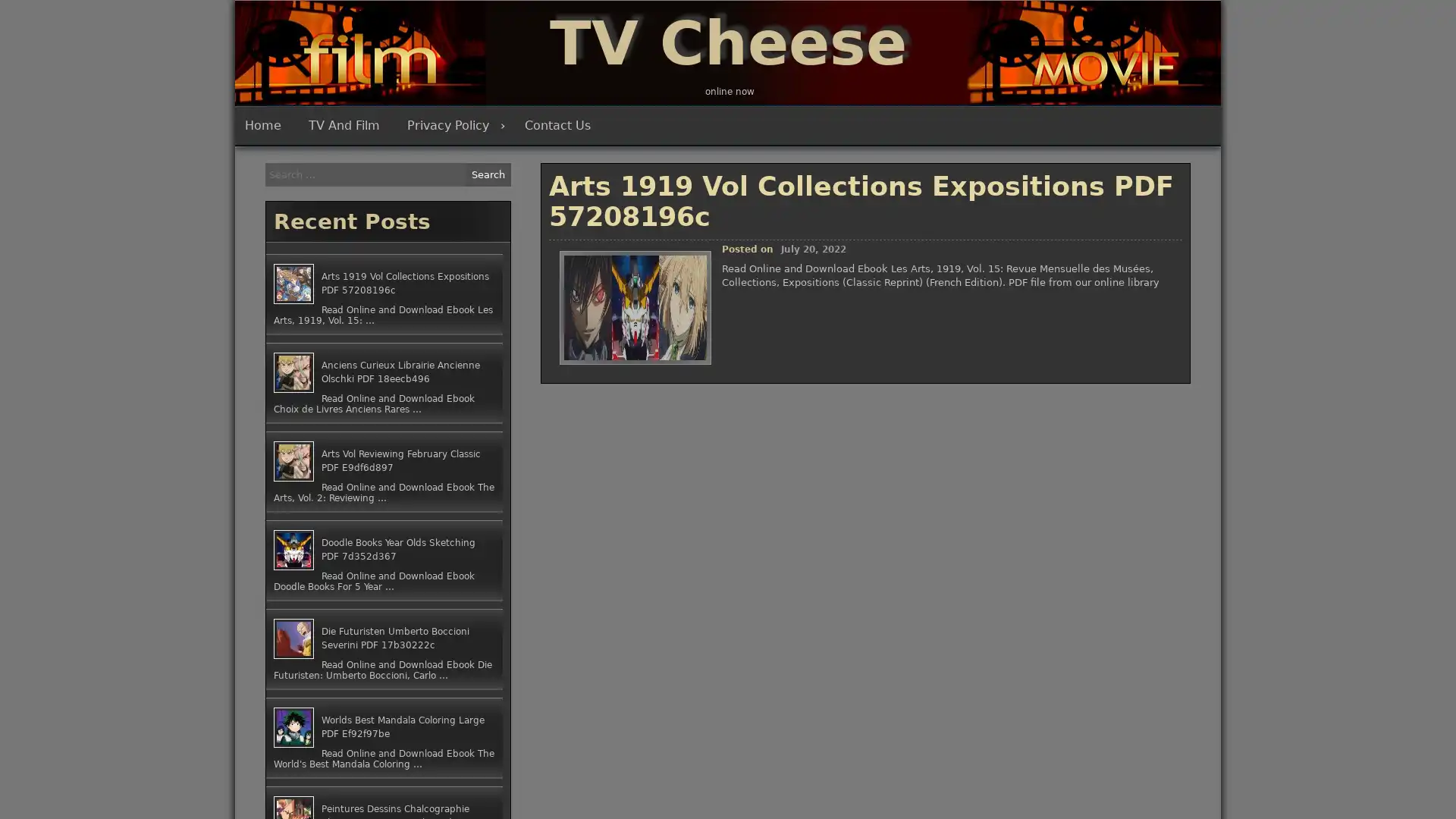 The image size is (1456, 819). What do you see at coordinates (488, 174) in the screenshot?
I see `Search` at bounding box center [488, 174].